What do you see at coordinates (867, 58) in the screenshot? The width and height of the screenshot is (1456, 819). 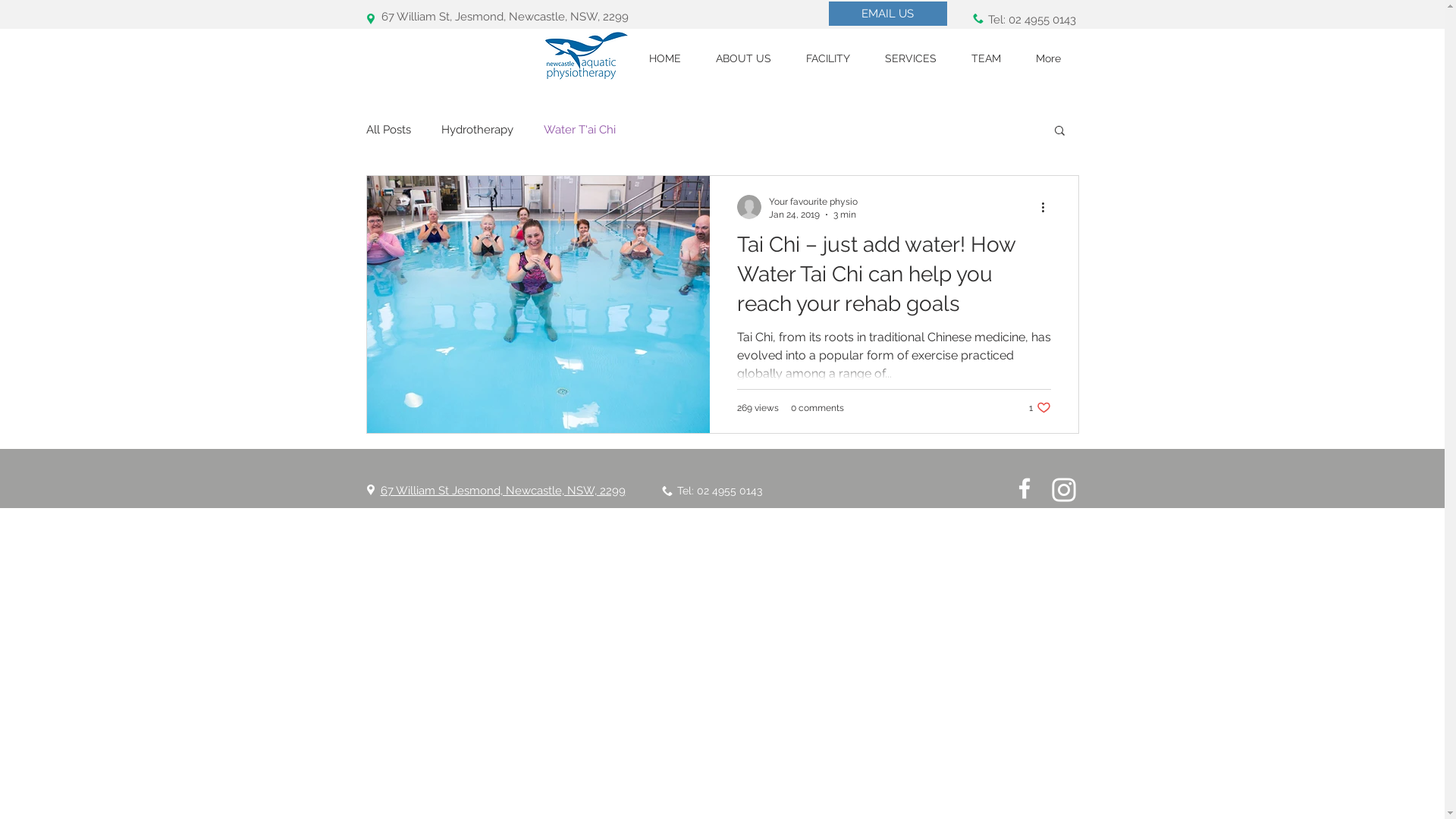 I see `'SERVICES'` at bounding box center [867, 58].